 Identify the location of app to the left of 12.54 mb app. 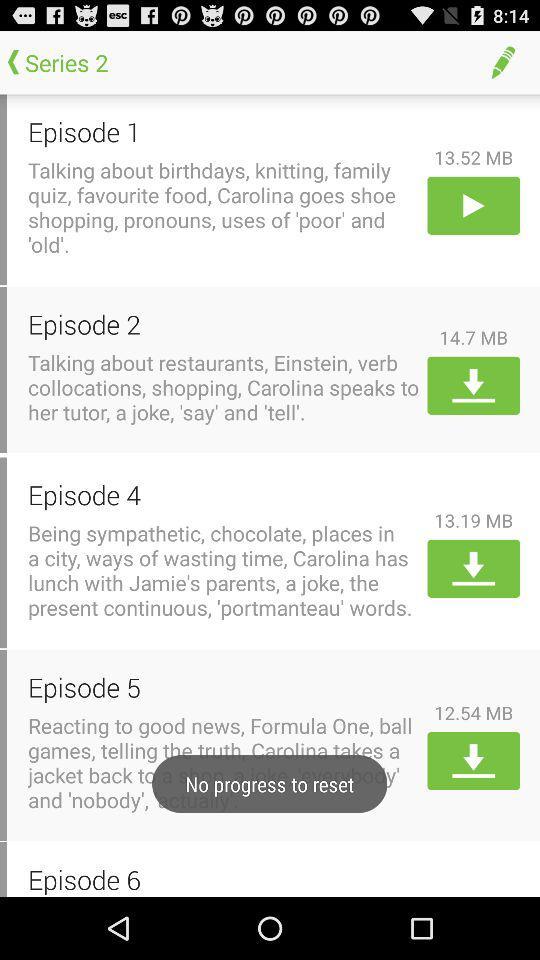
(223, 687).